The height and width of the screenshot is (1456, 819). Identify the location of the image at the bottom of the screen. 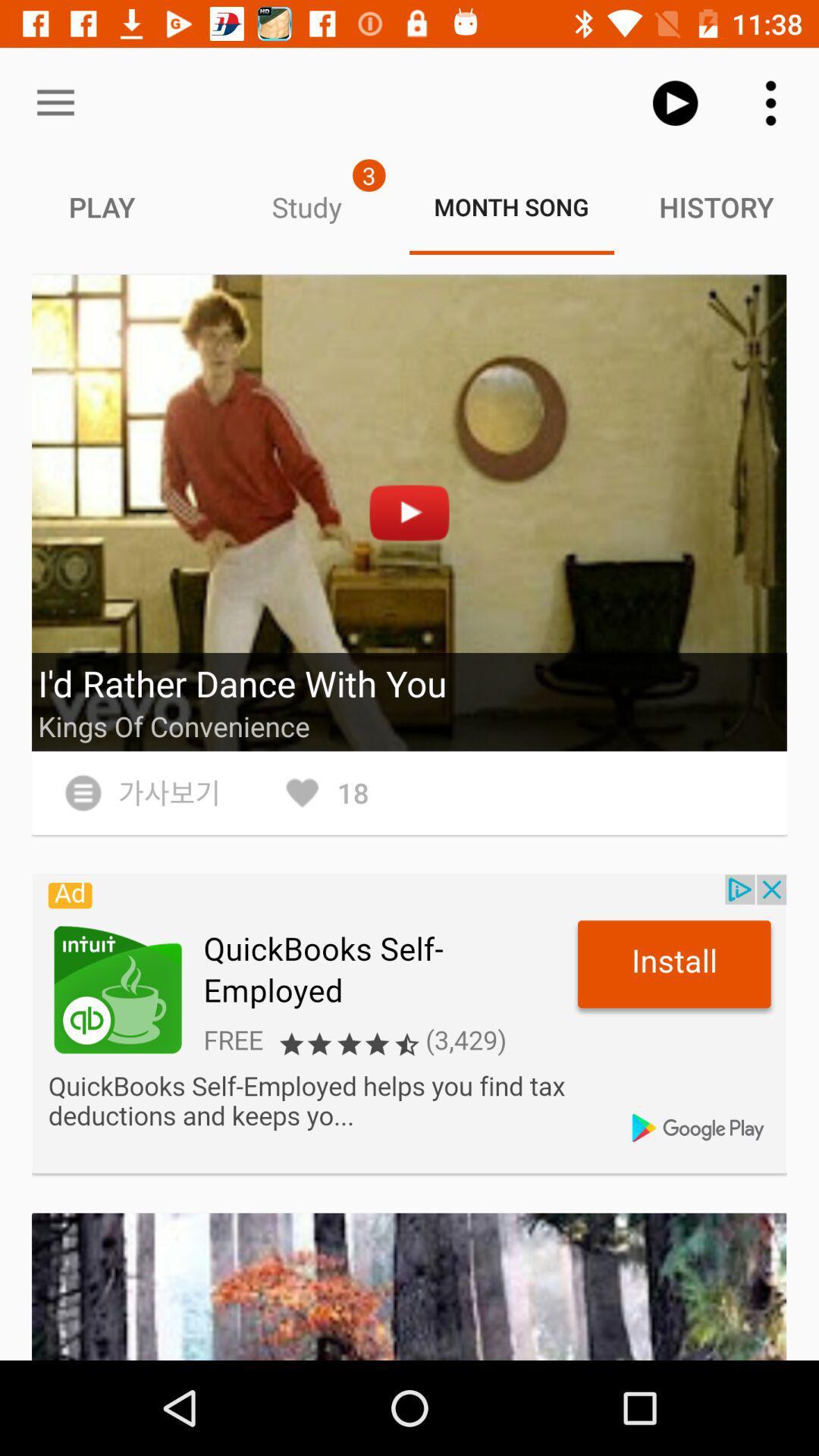
(409, 1286).